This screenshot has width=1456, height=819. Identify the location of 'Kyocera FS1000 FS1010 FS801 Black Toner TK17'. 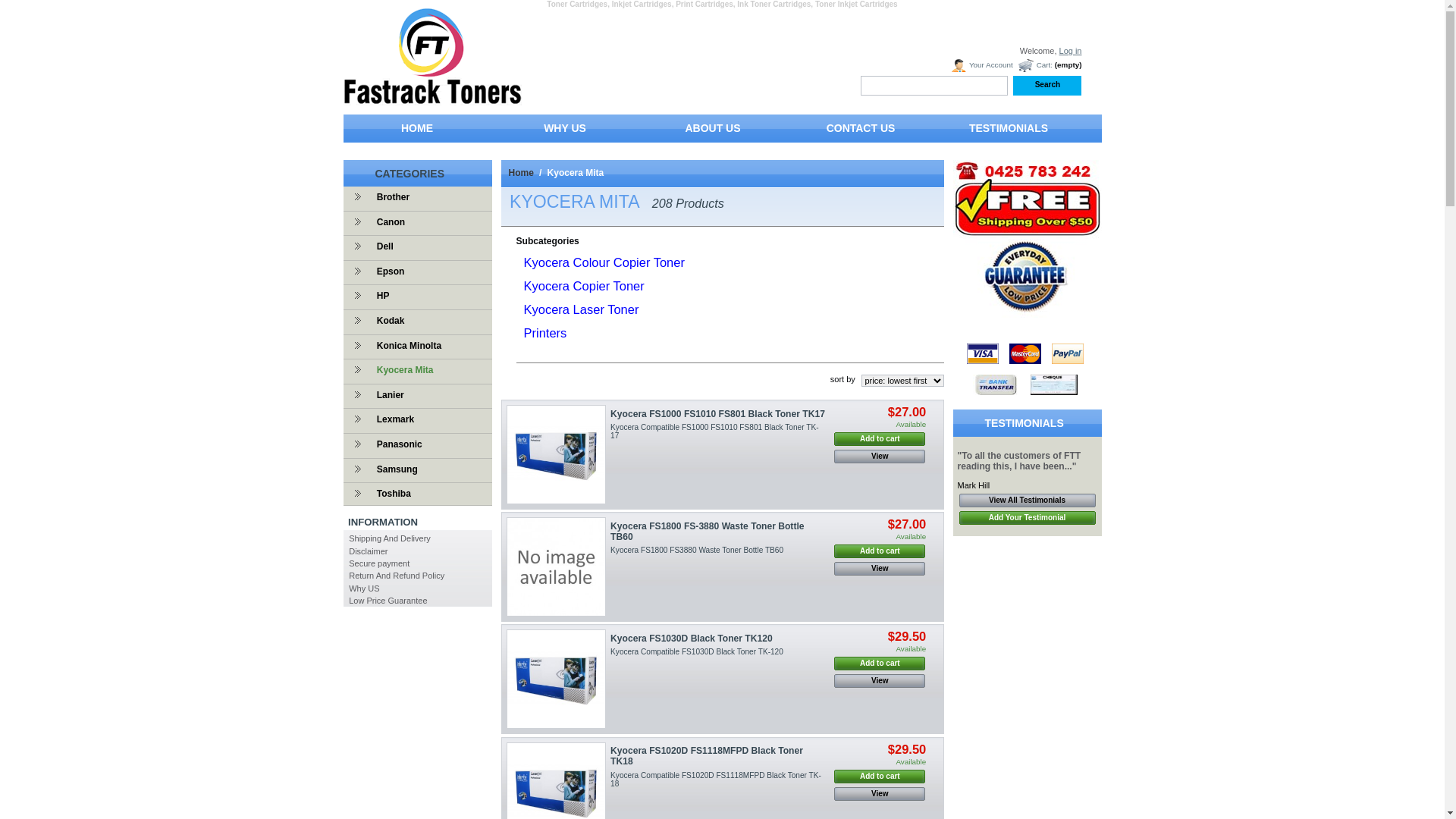
(717, 414).